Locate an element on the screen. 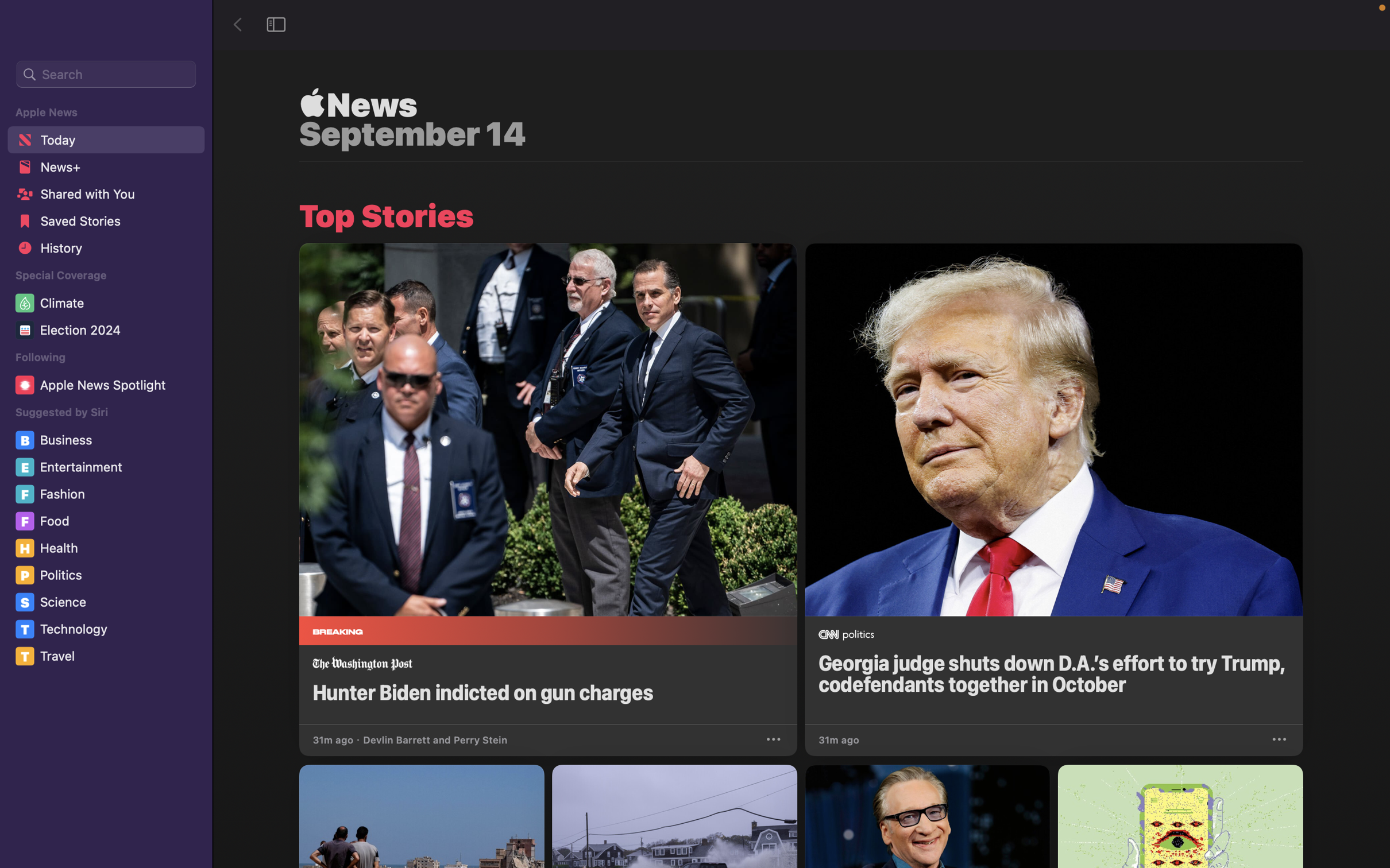 This screenshot has width=1390, height=868. the sidebar tab is located at coordinates (277, 24).